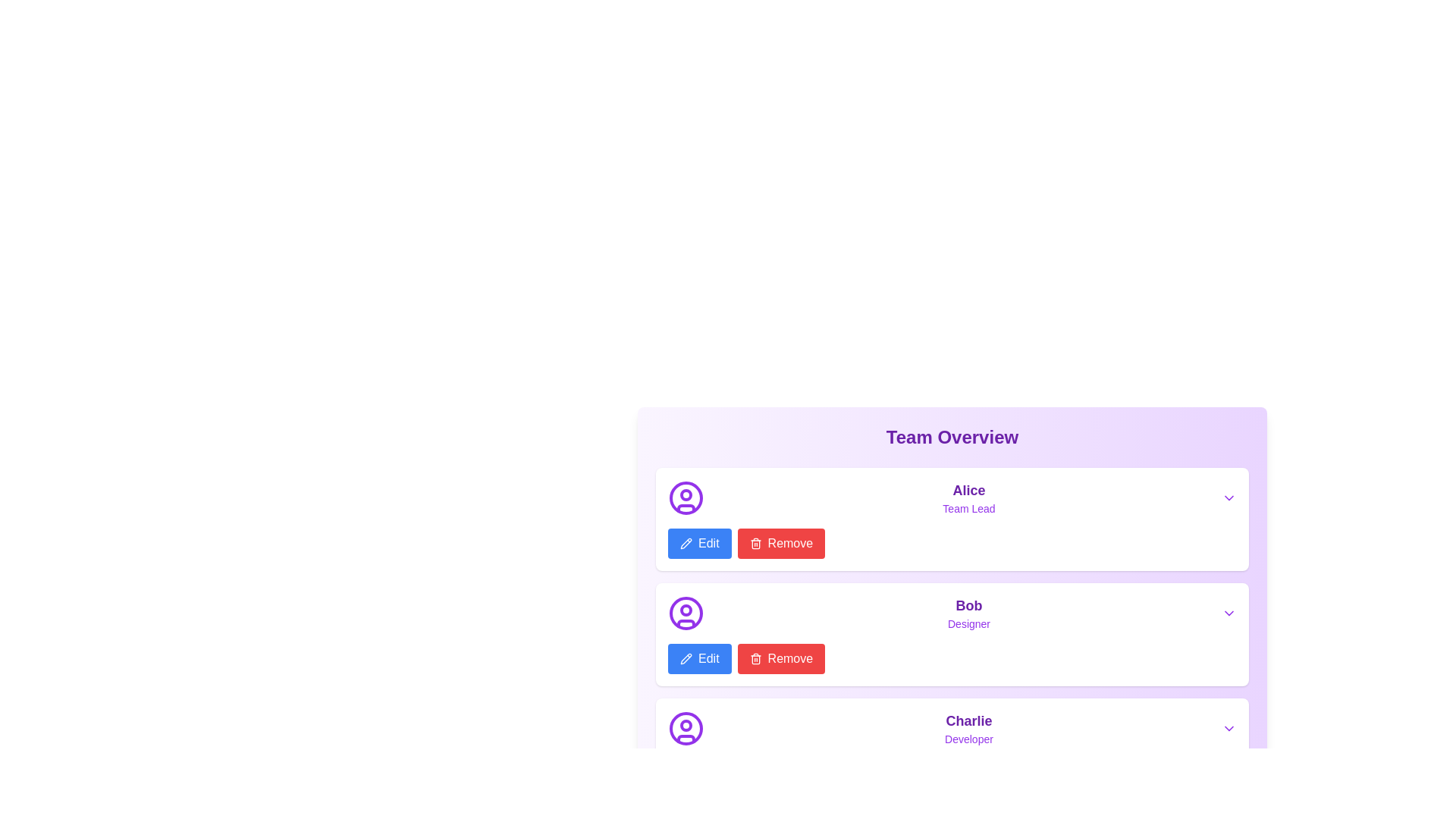 This screenshot has height=819, width=1456. Describe the element at coordinates (698, 543) in the screenshot. I see `the 'Edit' button located to the left of the 'Remove' button in the user card associated with 'Alice' to initiate an edit action` at that location.